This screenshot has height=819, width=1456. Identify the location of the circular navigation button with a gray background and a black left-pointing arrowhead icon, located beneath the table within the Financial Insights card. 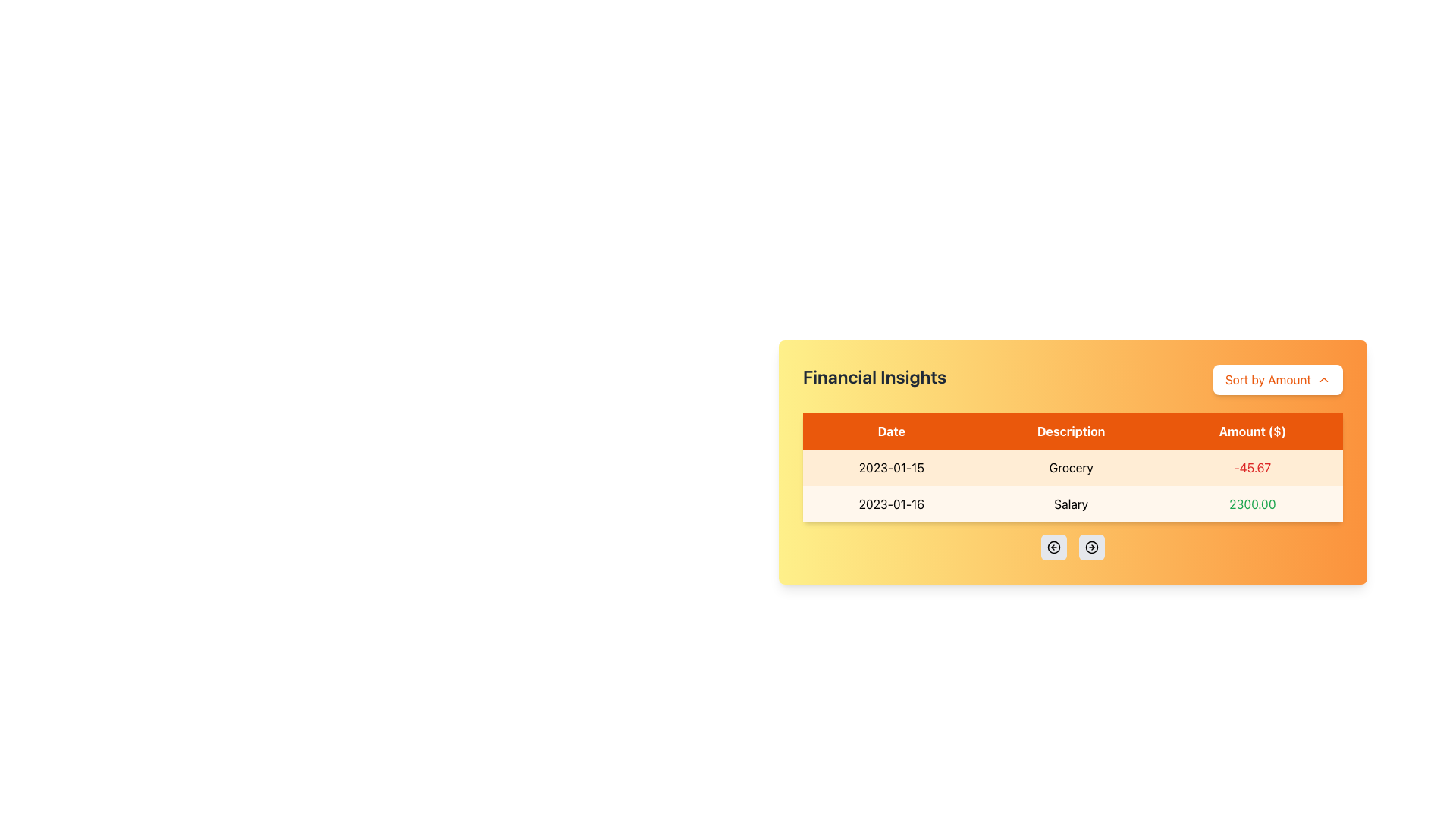
(1053, 547).